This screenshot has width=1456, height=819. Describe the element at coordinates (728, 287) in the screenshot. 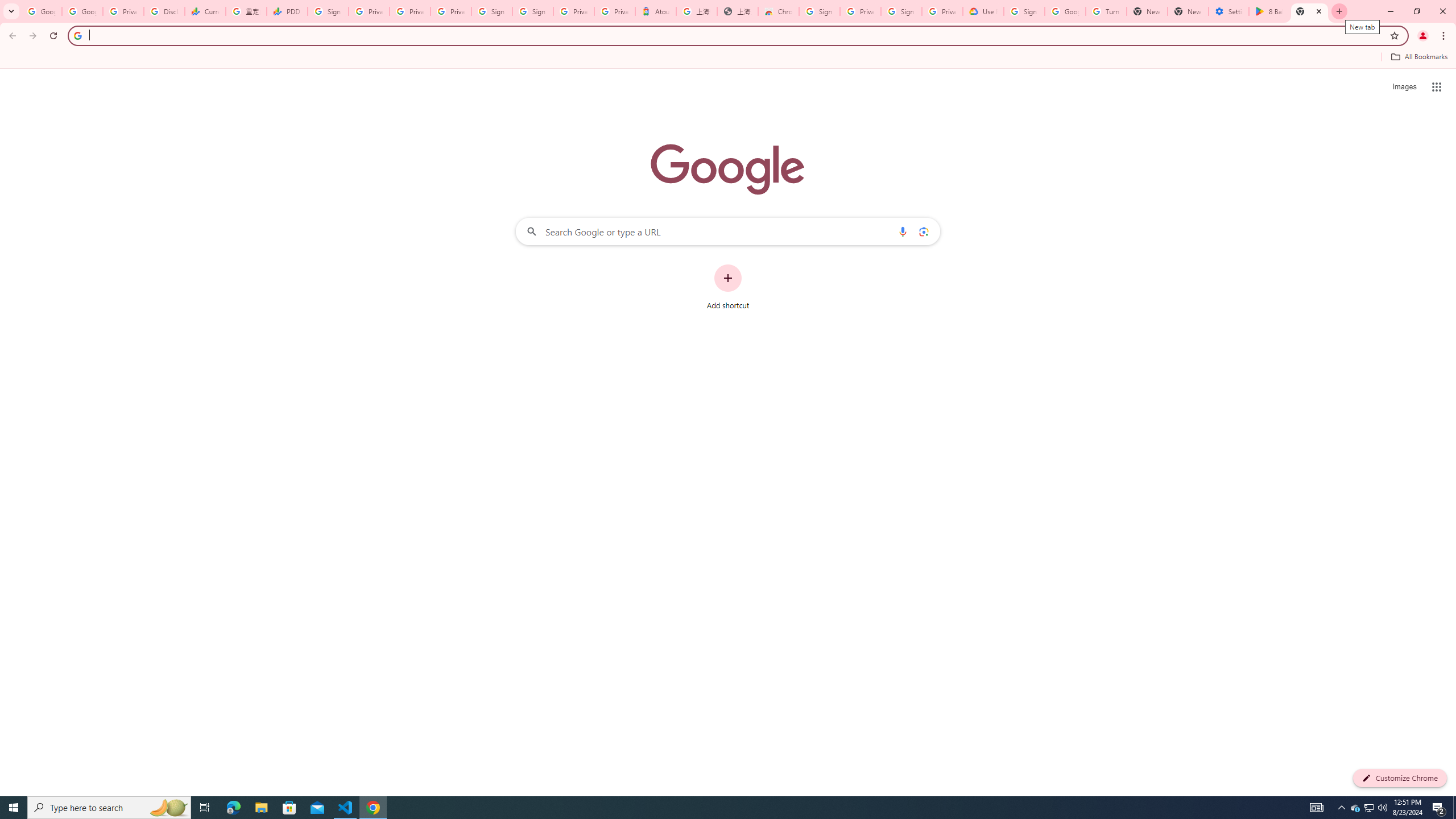

I see `'Add shortcut'` at that location.